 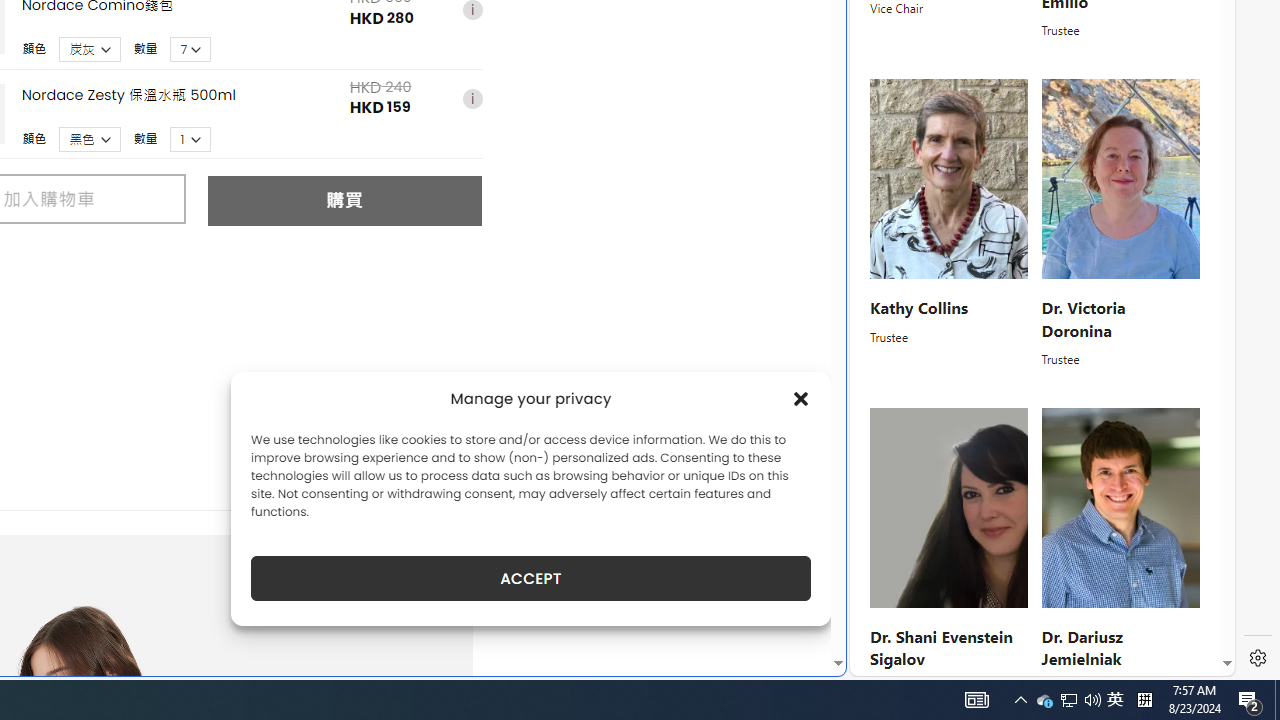 I want to click on 'Class: upsell-v2-product-upsell-variable-product-qty-select', so click(x=191, y=138).